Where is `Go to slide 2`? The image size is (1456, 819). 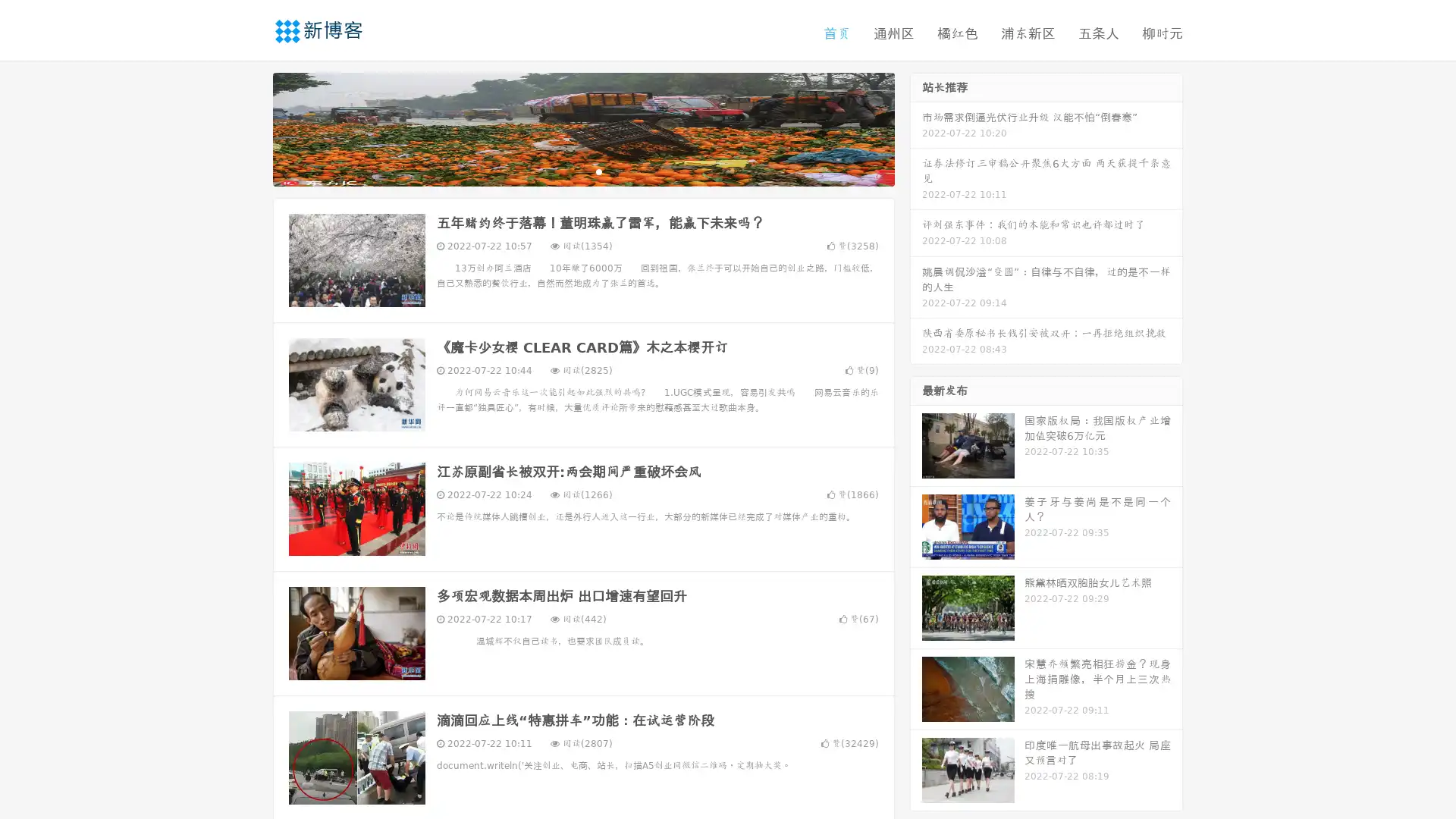
Go to slide 2 is located at coordinates (582, 171).